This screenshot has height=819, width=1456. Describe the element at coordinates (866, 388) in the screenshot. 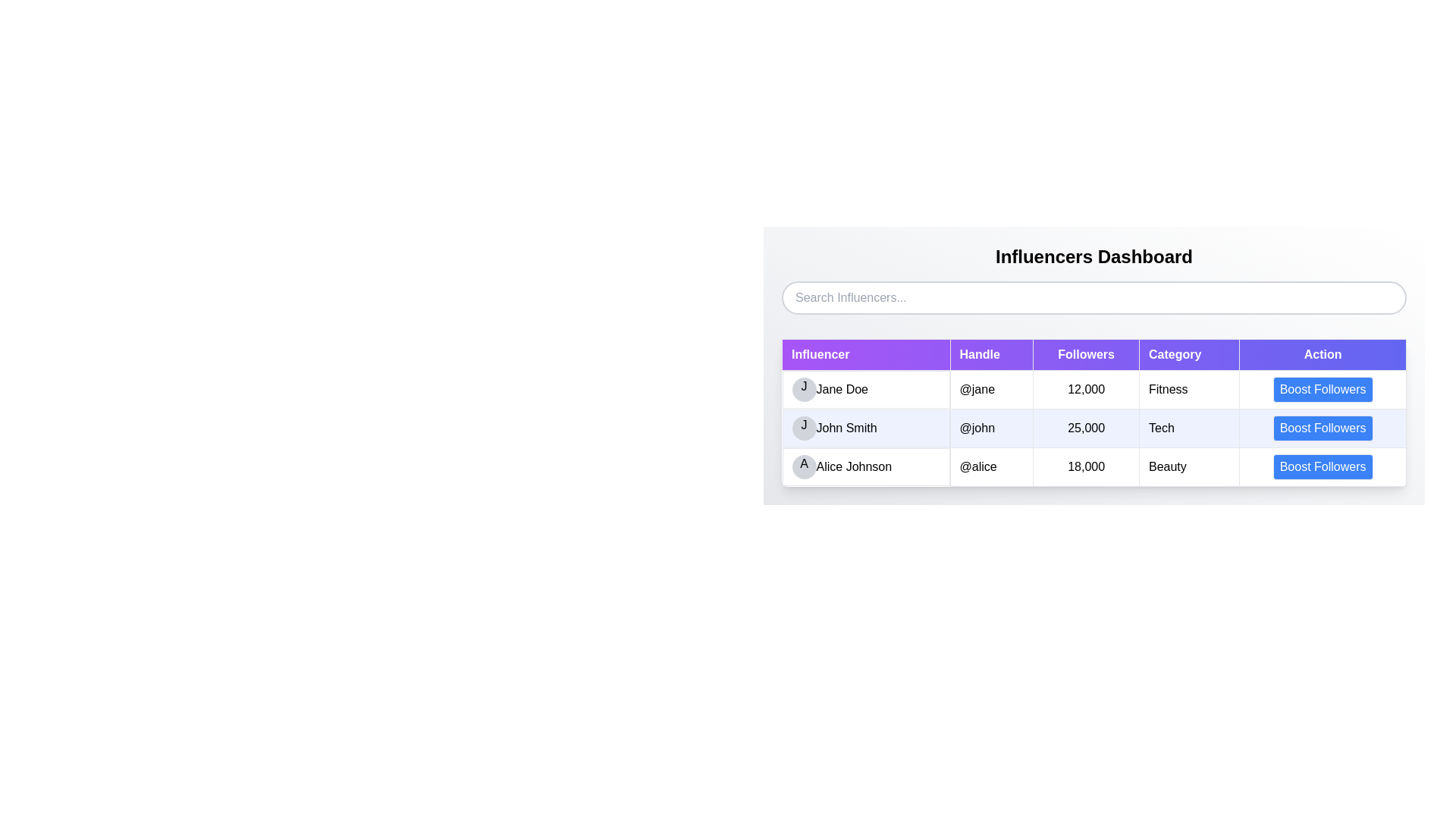

I see `the Label displaying 'JJane Doe' with a grey circular avatar in the first row under the 'Influencer' header` at that location.